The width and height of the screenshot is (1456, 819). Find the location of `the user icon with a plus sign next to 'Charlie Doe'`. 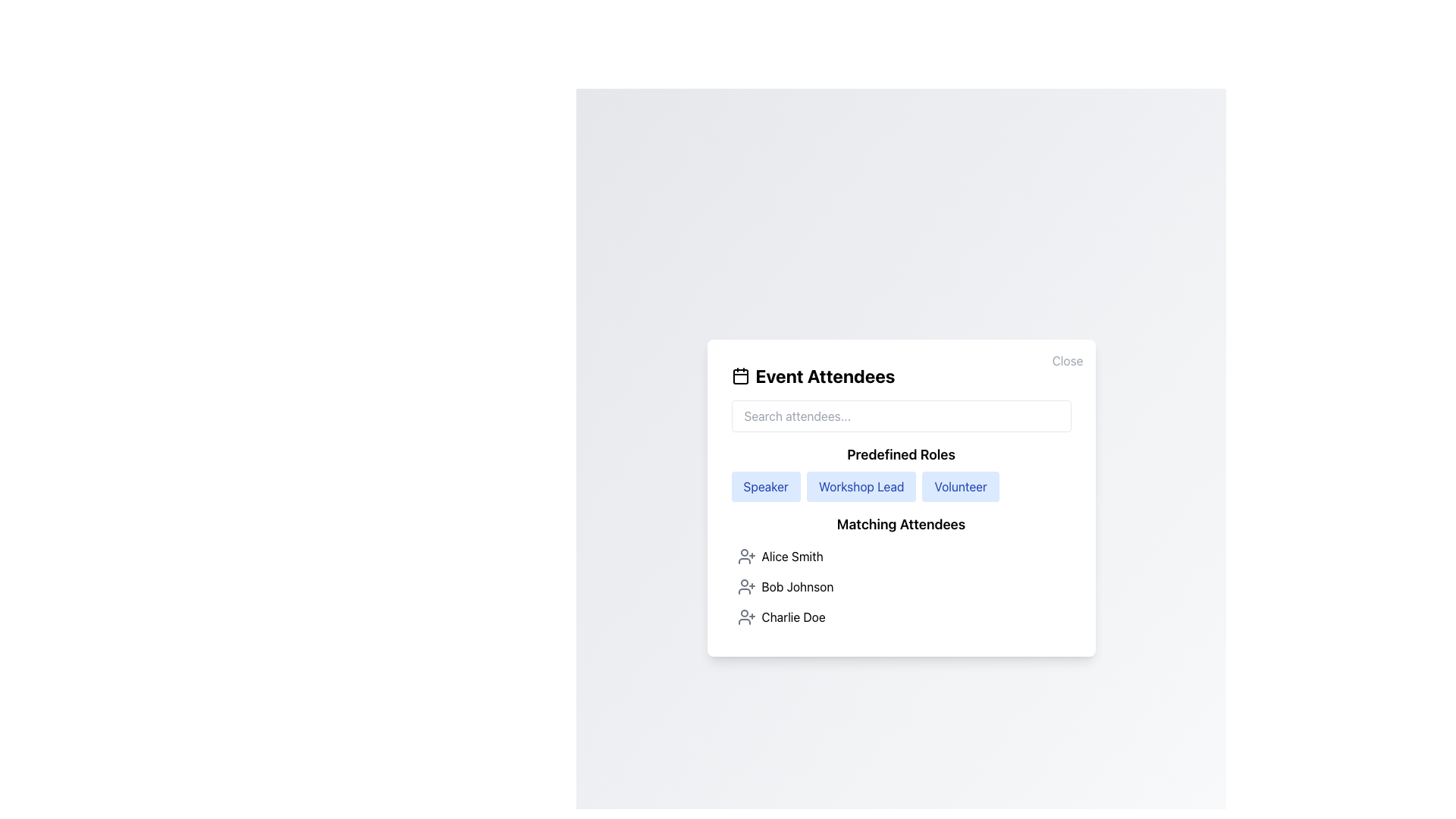

the user icon with a plus sign next to 'Charlie Doe' is located at coordinates (746, 617).